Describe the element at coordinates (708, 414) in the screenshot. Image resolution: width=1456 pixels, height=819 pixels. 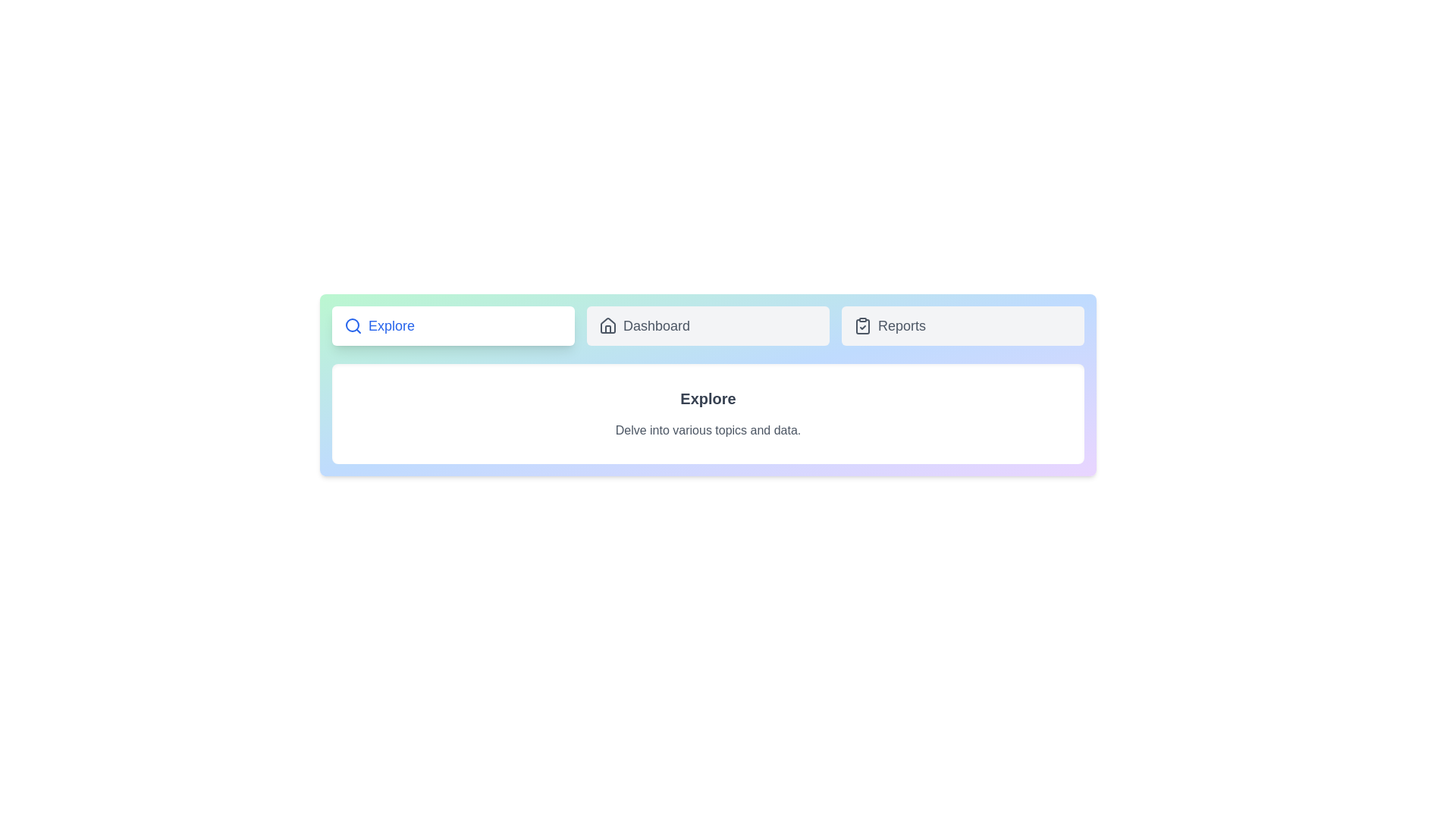
I see `the text content in the active tab to interact with it` at that location.